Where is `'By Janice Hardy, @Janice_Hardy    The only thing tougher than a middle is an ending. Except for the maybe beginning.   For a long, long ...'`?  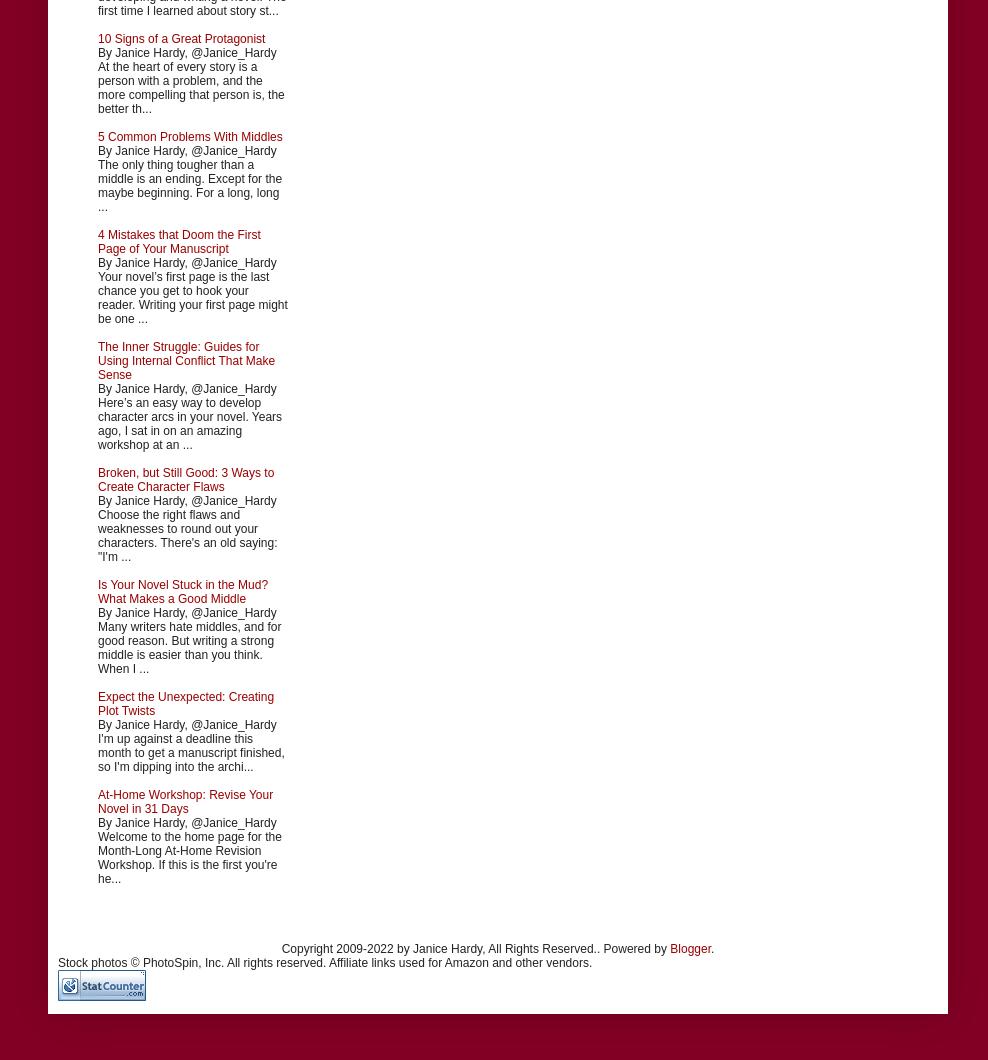 'By Janice Hardy, @Janice_Hardy    The only thing tougher than a middle is an ending. Except for the maybe beginning.   For a long, long ...' is located at coordinates (189, 176).